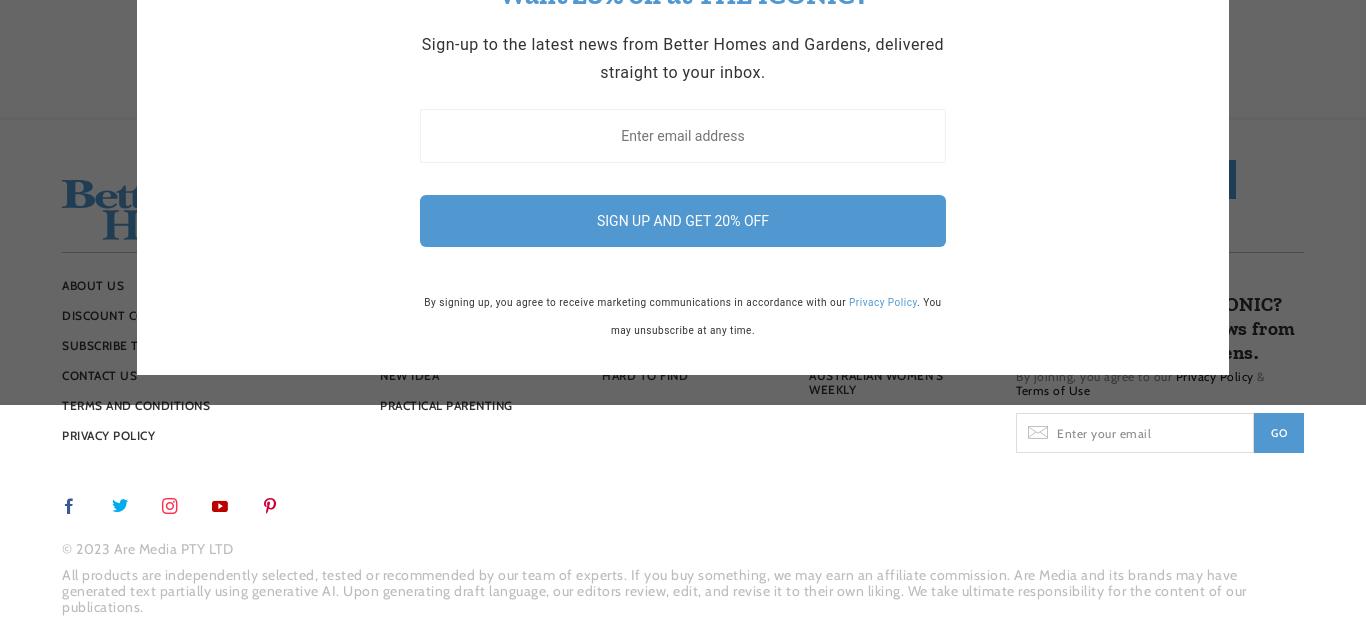 This screenshot has width=1366, height=625. I want to click on 'New Idea', so click(408, 374).